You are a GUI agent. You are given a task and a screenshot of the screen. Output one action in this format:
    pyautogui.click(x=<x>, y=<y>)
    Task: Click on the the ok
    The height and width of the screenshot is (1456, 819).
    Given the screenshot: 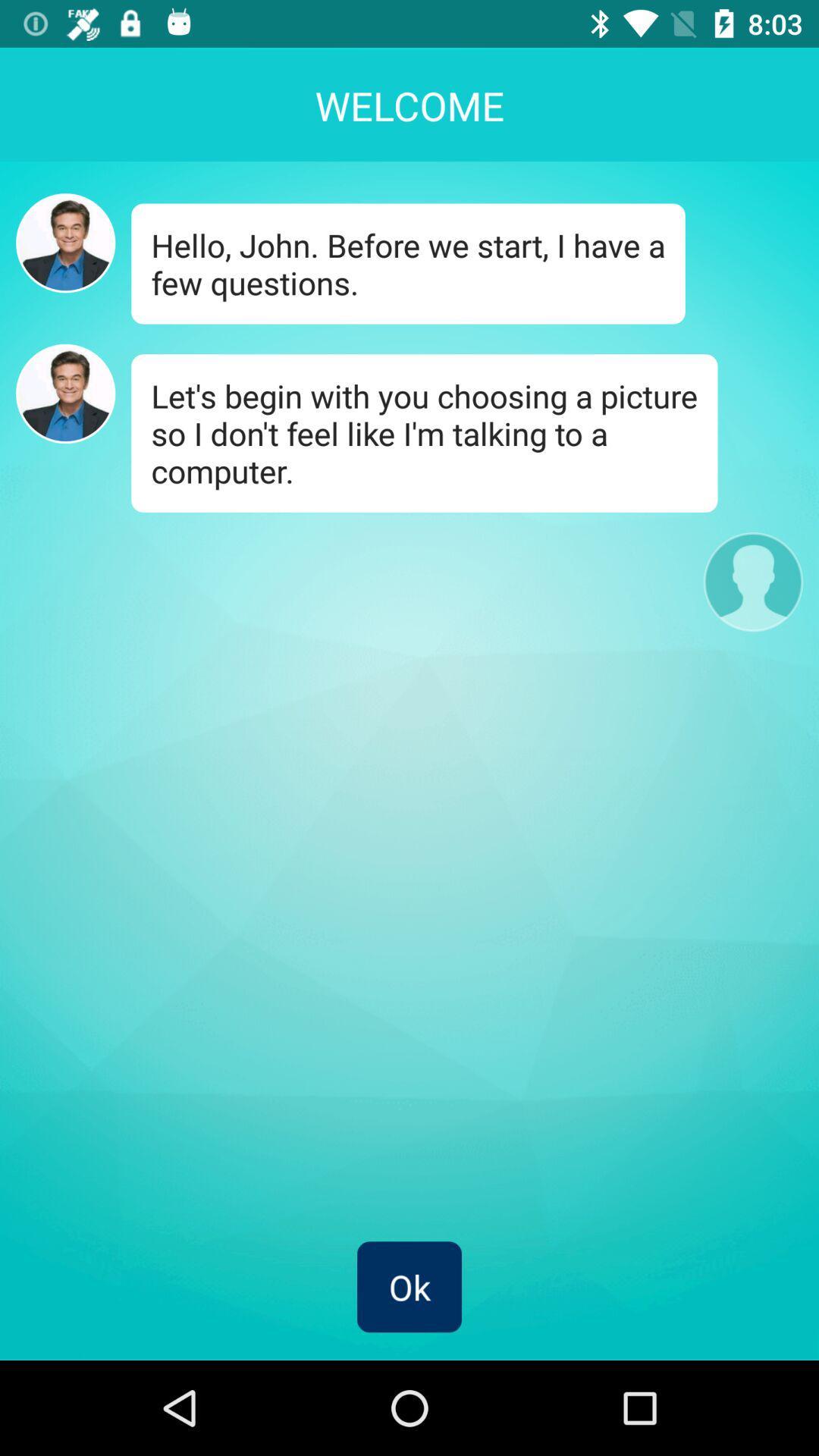 What is the action you would take?
    pyautogui.click(x=409, y=1286)
    